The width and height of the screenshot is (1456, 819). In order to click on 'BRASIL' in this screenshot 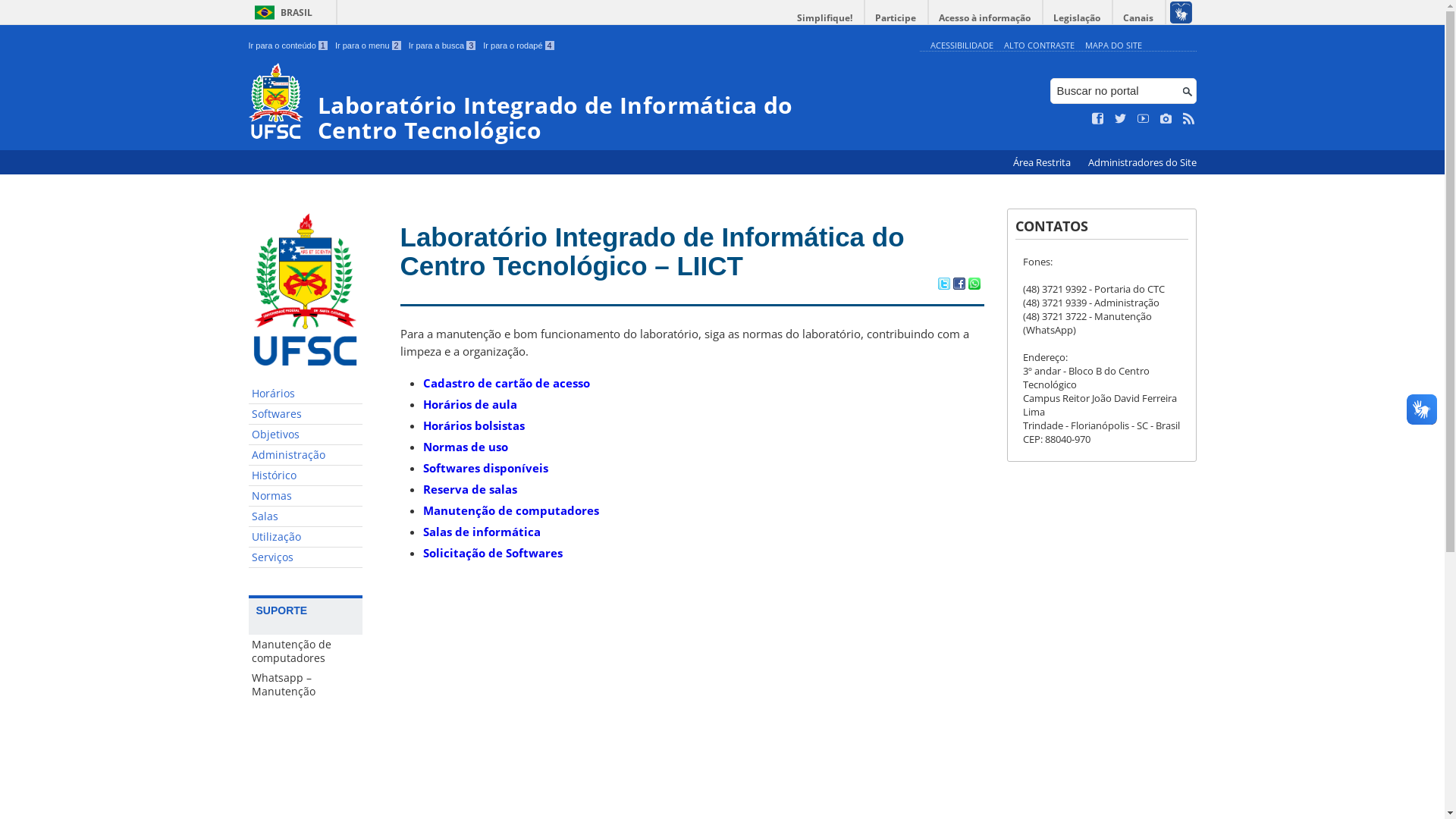, I will do `click(248, 12)`.